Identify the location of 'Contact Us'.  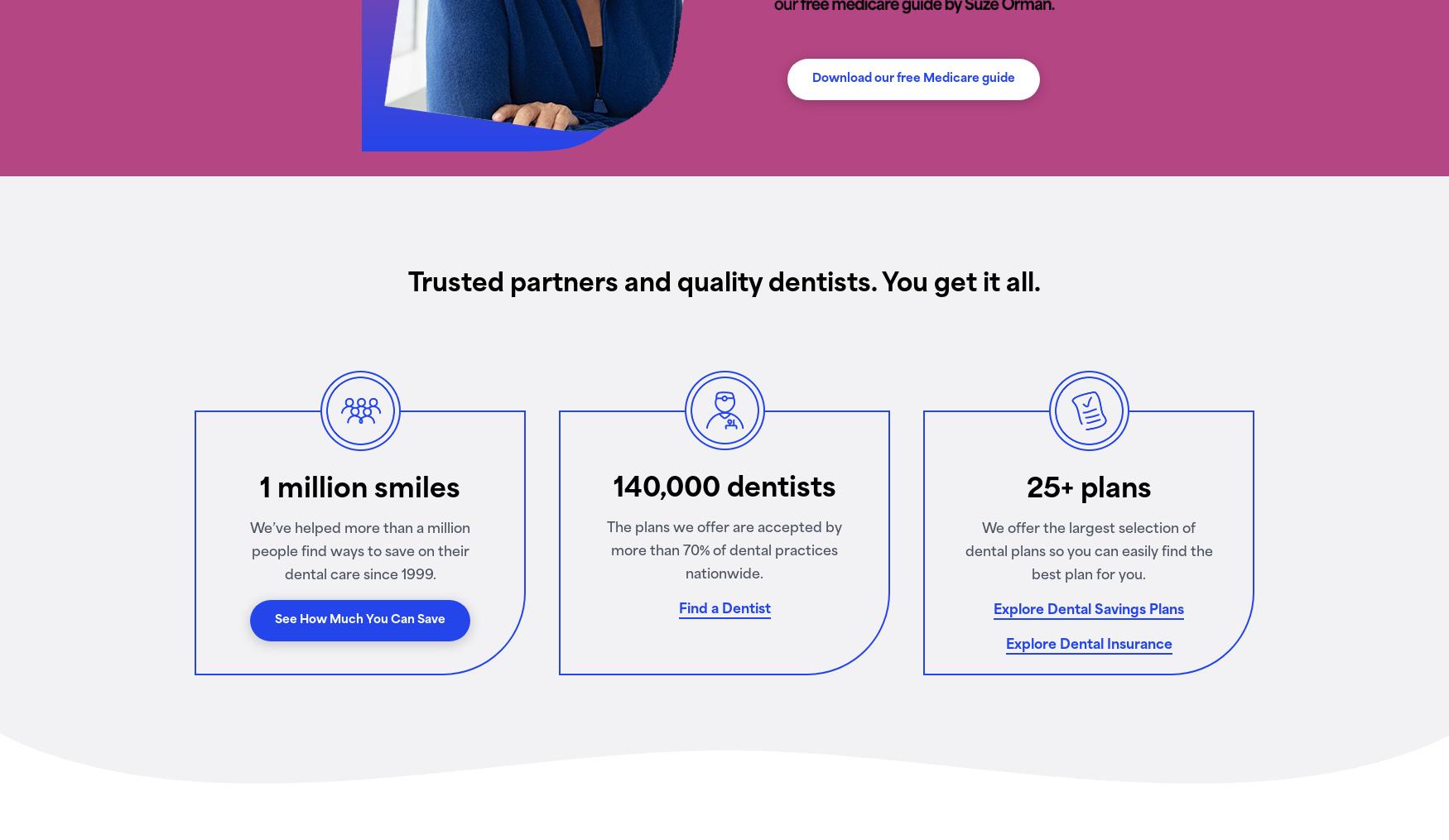
(265, 339).